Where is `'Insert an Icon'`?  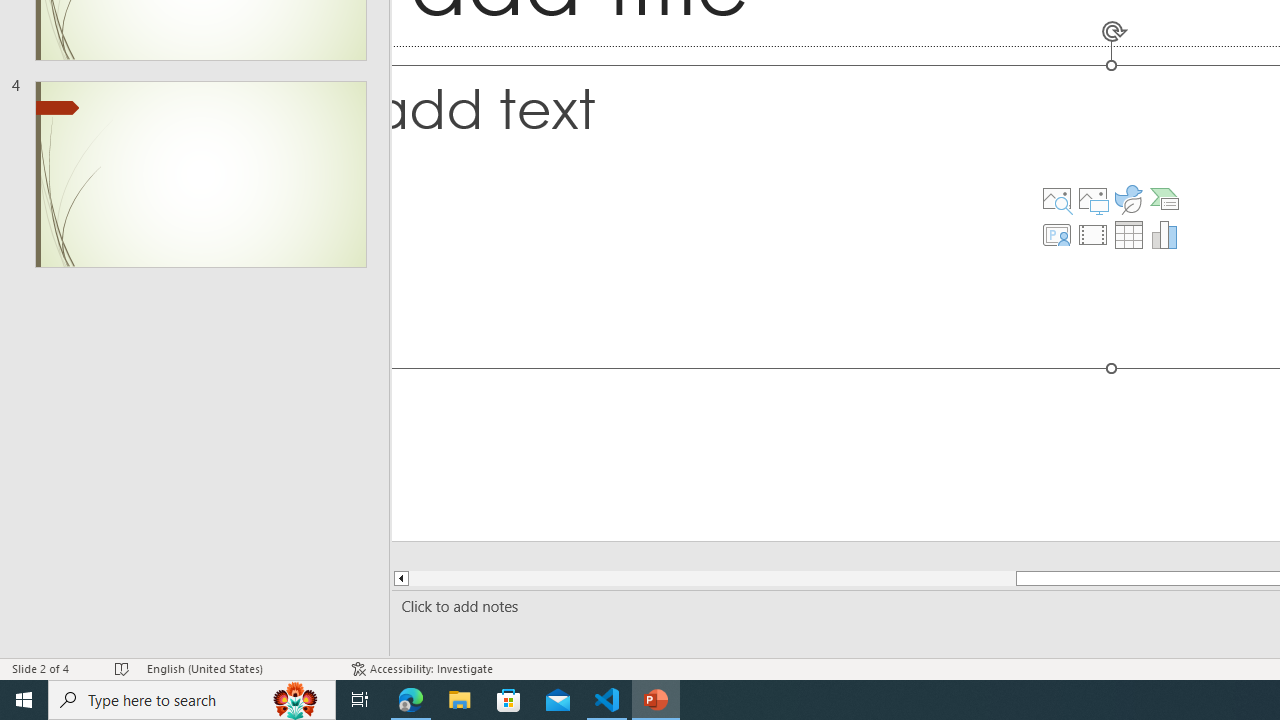
'Insert an Icon' is located at coordinates (1129, 199).